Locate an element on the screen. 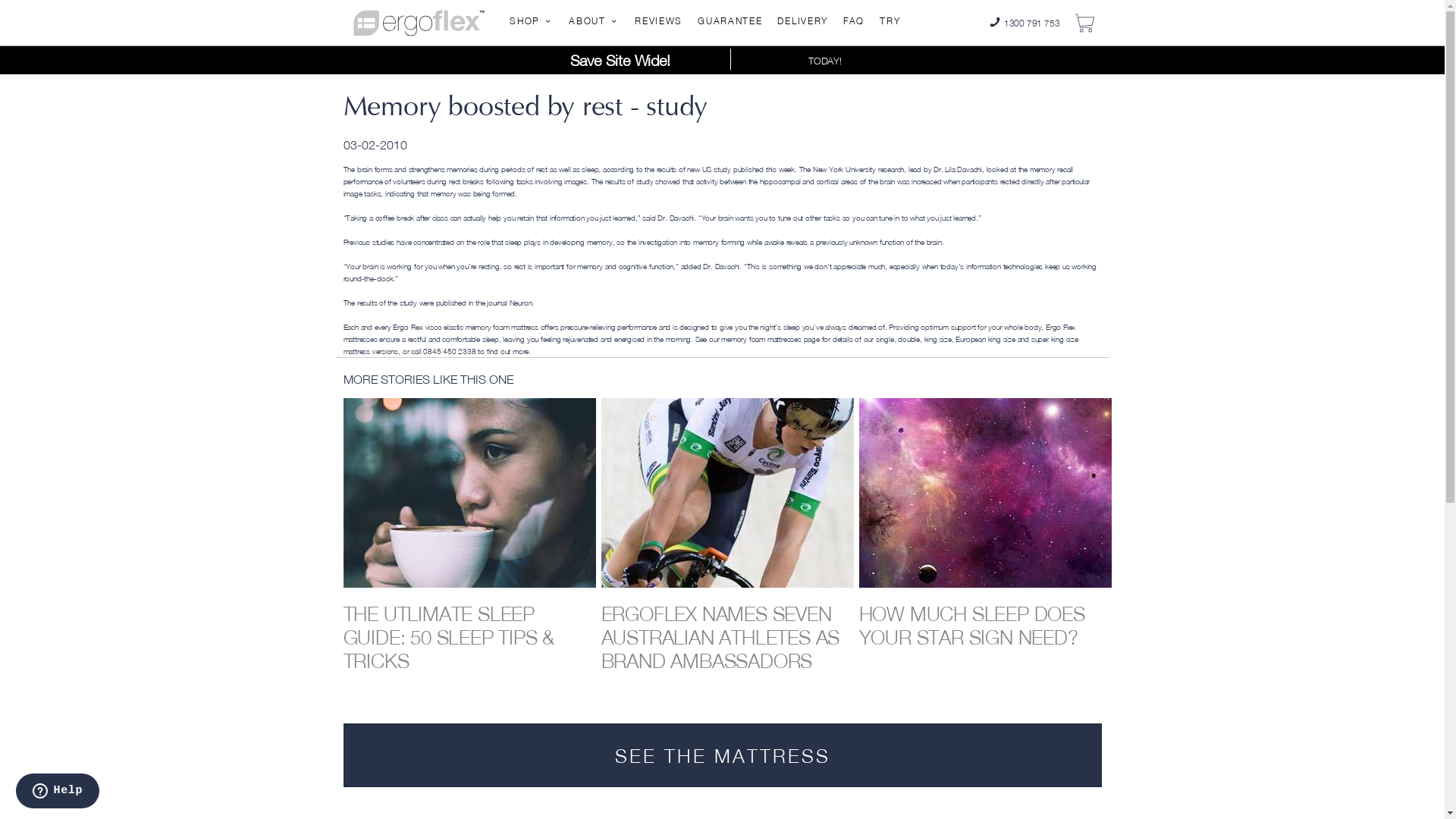  'TRY' is located at coordinates (890, 20).